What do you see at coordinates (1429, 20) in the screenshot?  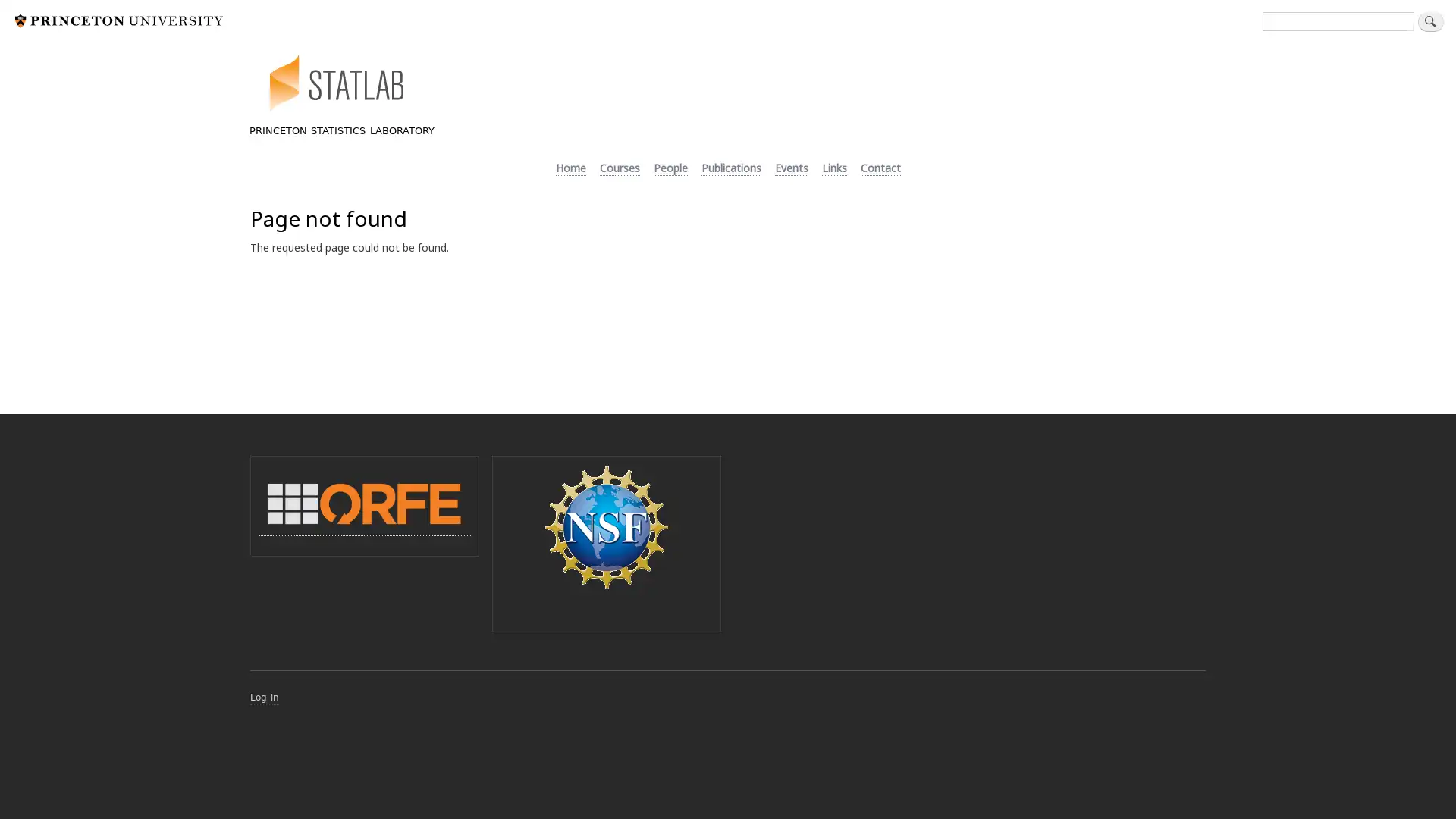 I see `Search` at bounding box center [1429, 20].